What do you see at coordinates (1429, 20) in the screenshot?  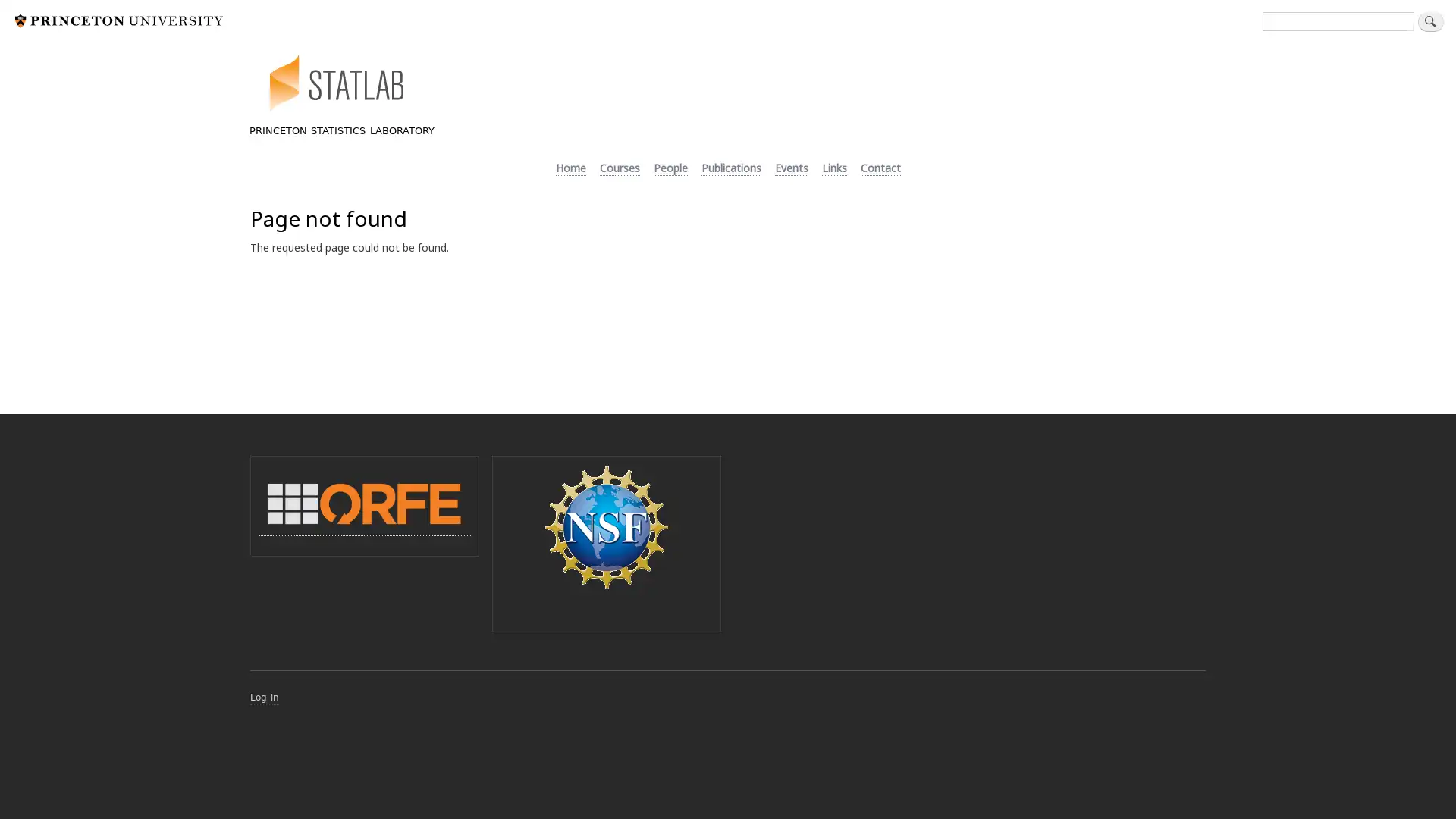 I see `Search` at bounding box center [1429, 20].